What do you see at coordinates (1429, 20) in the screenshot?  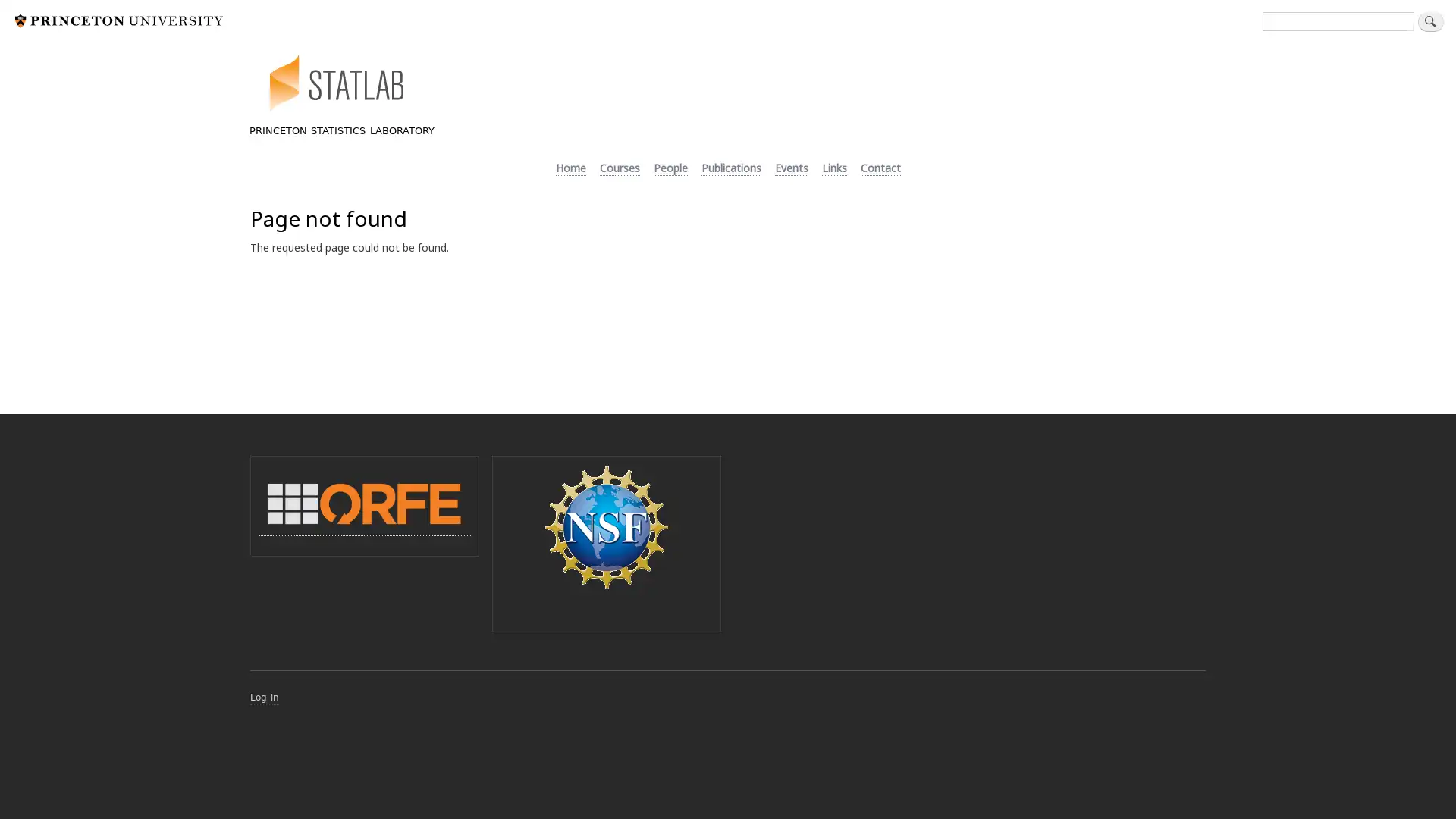 I see `Search` at bounding box center [1429, 20].